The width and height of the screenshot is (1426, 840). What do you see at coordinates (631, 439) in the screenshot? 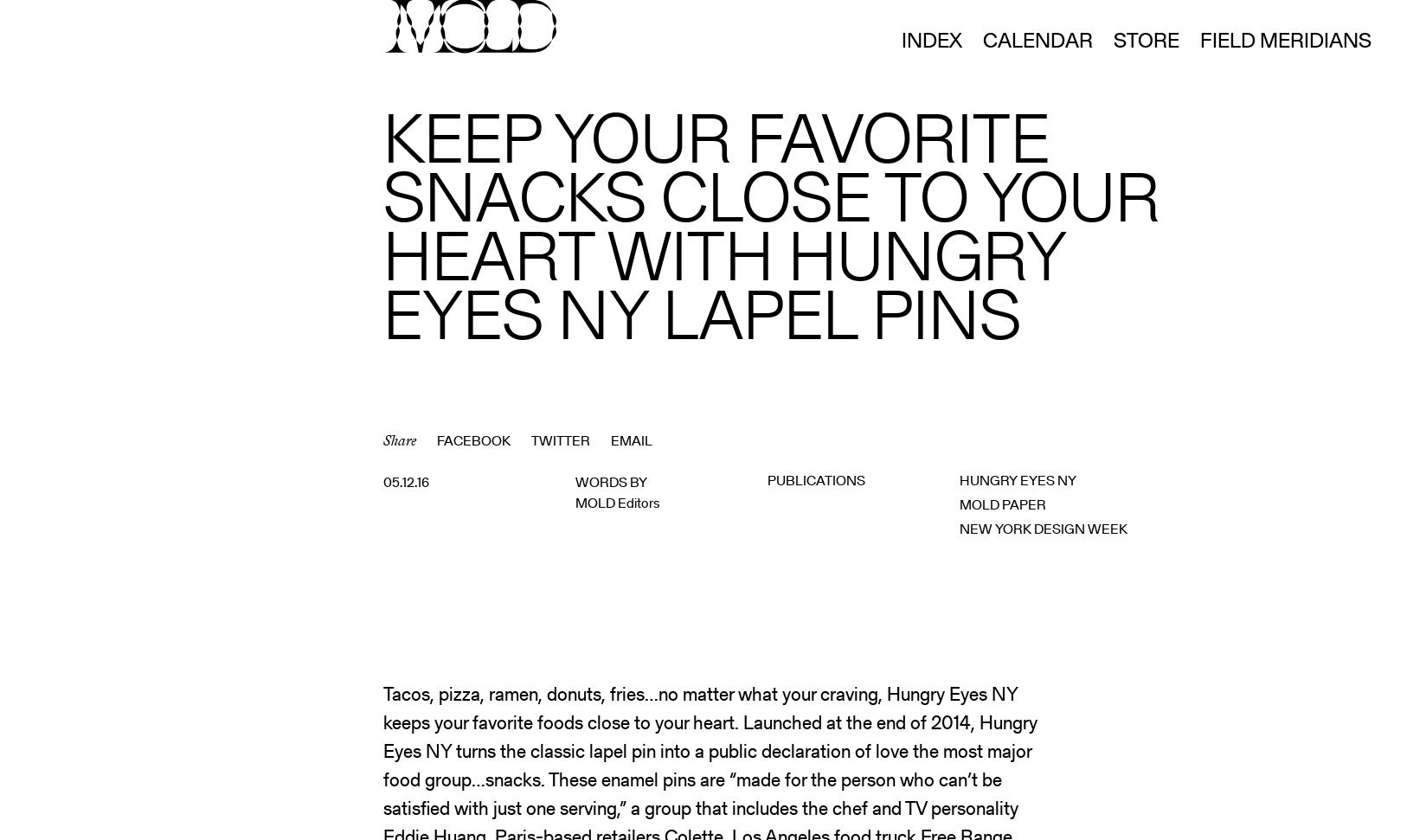
I see `'Email'` at bounding box center [631, 439].